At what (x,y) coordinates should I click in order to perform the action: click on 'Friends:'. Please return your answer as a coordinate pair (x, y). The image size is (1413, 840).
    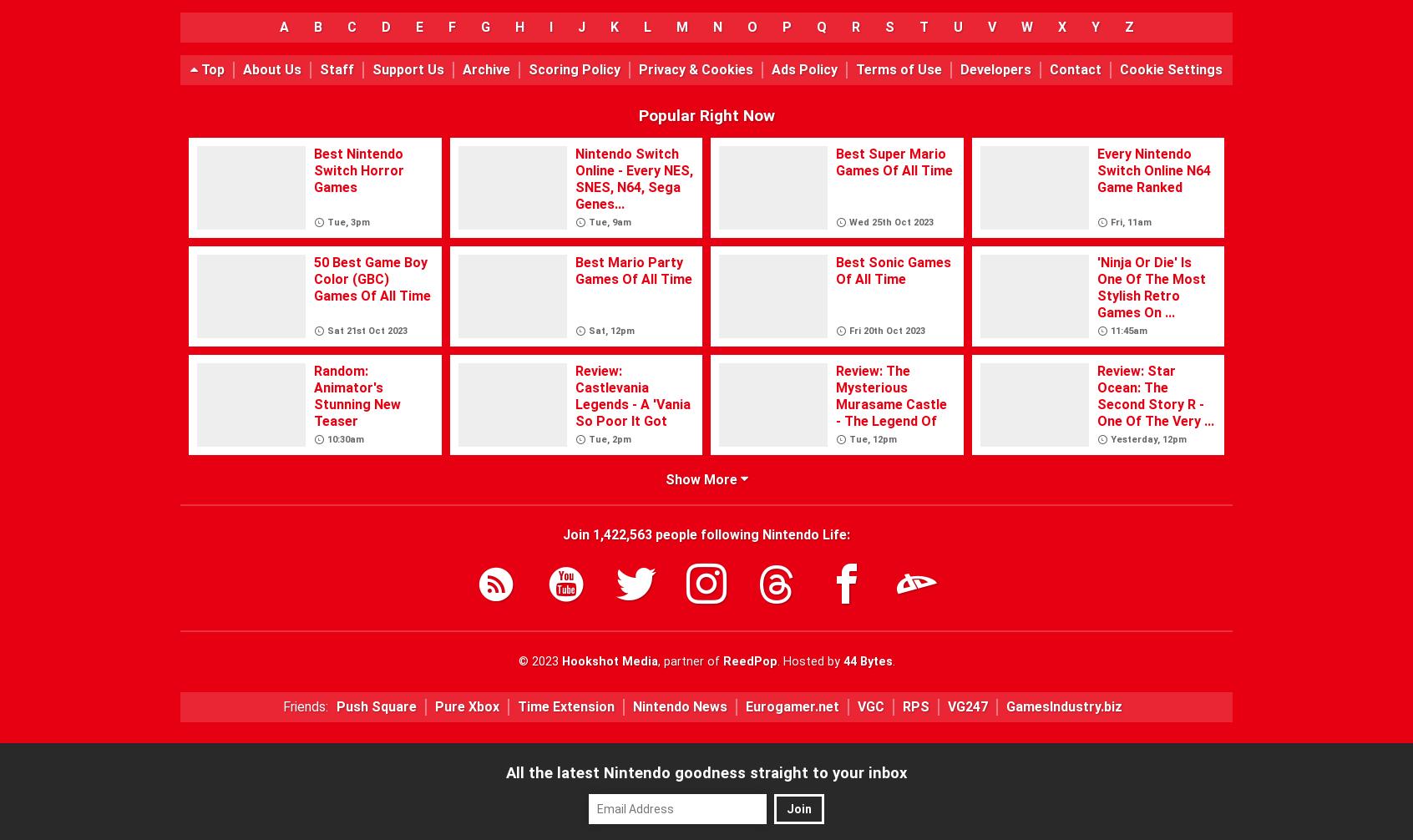
    Looking at the image, I should click on (304, 705).